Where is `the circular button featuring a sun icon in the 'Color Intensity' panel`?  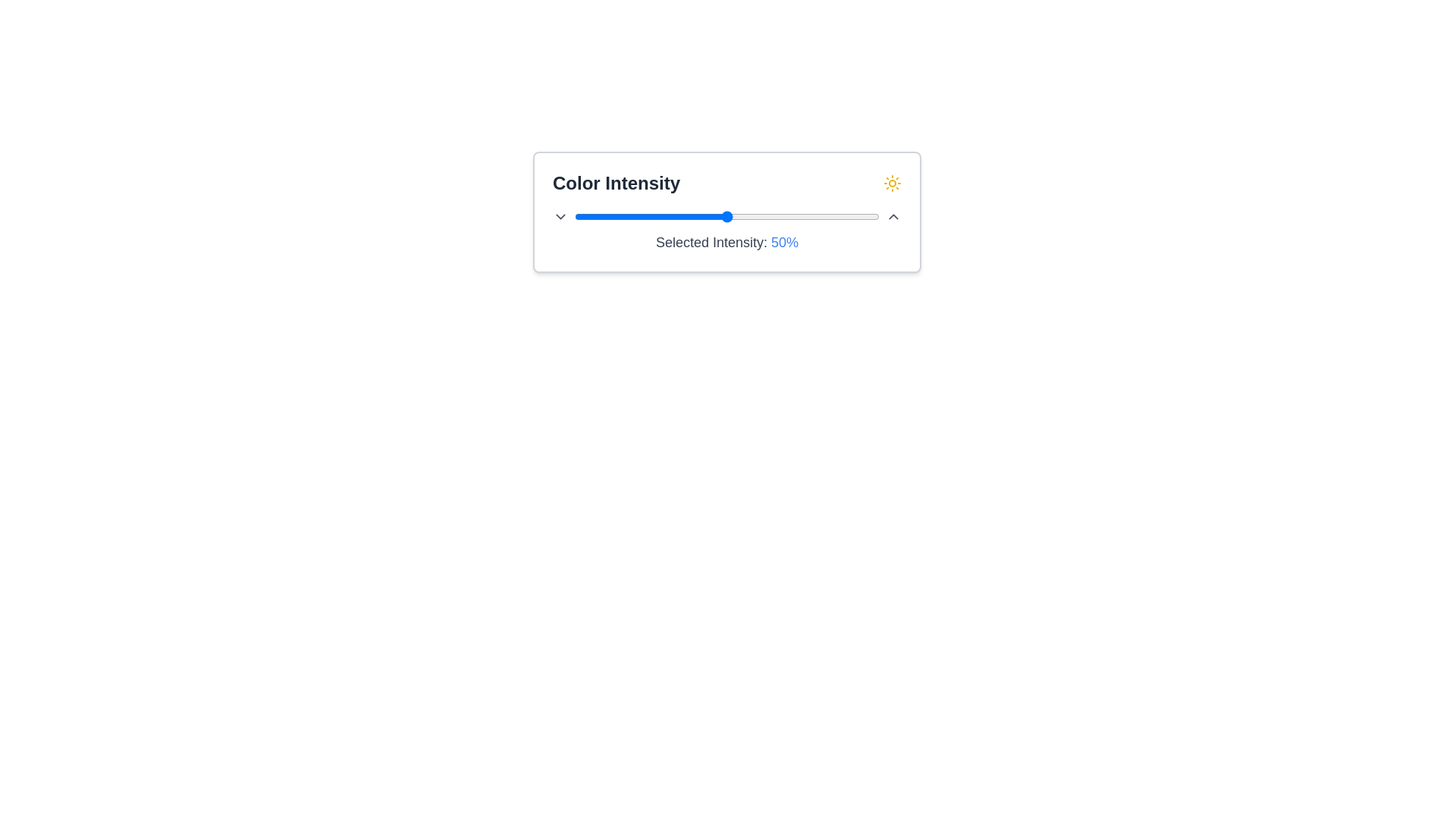
the circular button featuring a sun icon in the 'Color Intensity' panel is located at coordinates (892, 183).